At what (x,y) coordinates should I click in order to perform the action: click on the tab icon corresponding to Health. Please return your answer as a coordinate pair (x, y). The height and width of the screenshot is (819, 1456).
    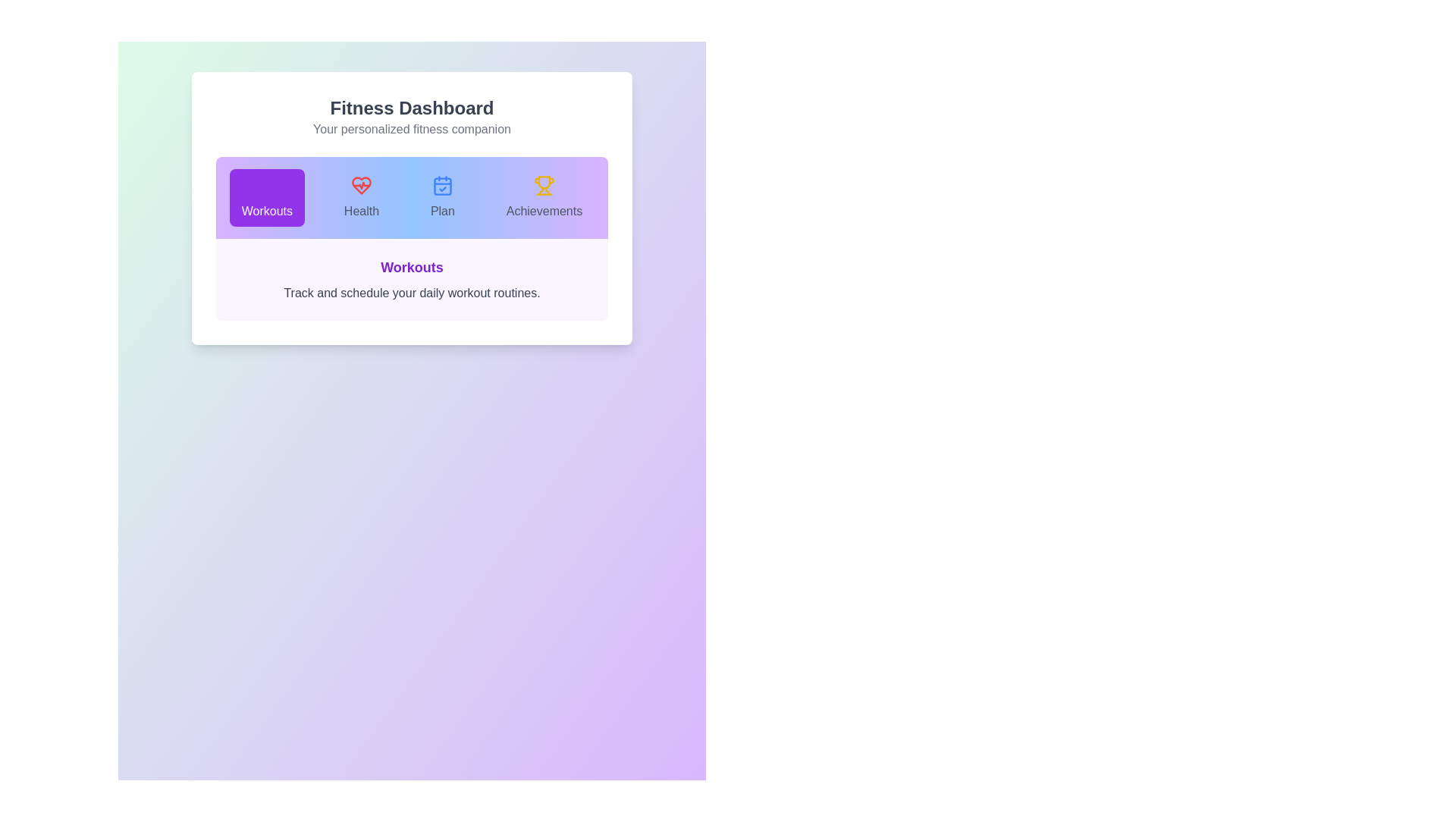
    Looking at the image, I should click on (360, 197).